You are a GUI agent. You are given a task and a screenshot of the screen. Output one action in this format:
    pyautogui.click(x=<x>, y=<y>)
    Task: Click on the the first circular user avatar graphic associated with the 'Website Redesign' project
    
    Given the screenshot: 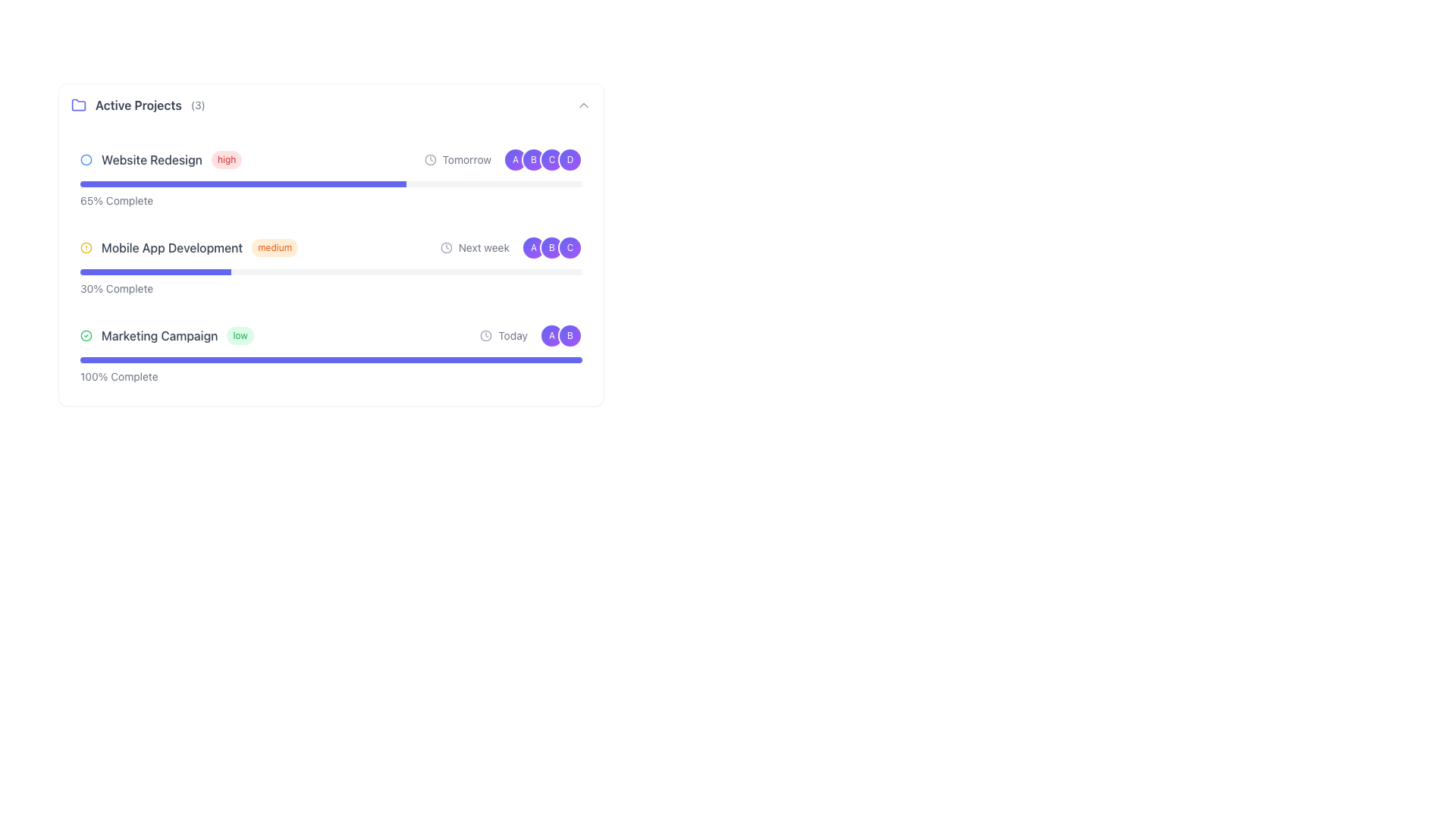 What is the action you would take?
    pyautogui.click(x=516, y=160)
    